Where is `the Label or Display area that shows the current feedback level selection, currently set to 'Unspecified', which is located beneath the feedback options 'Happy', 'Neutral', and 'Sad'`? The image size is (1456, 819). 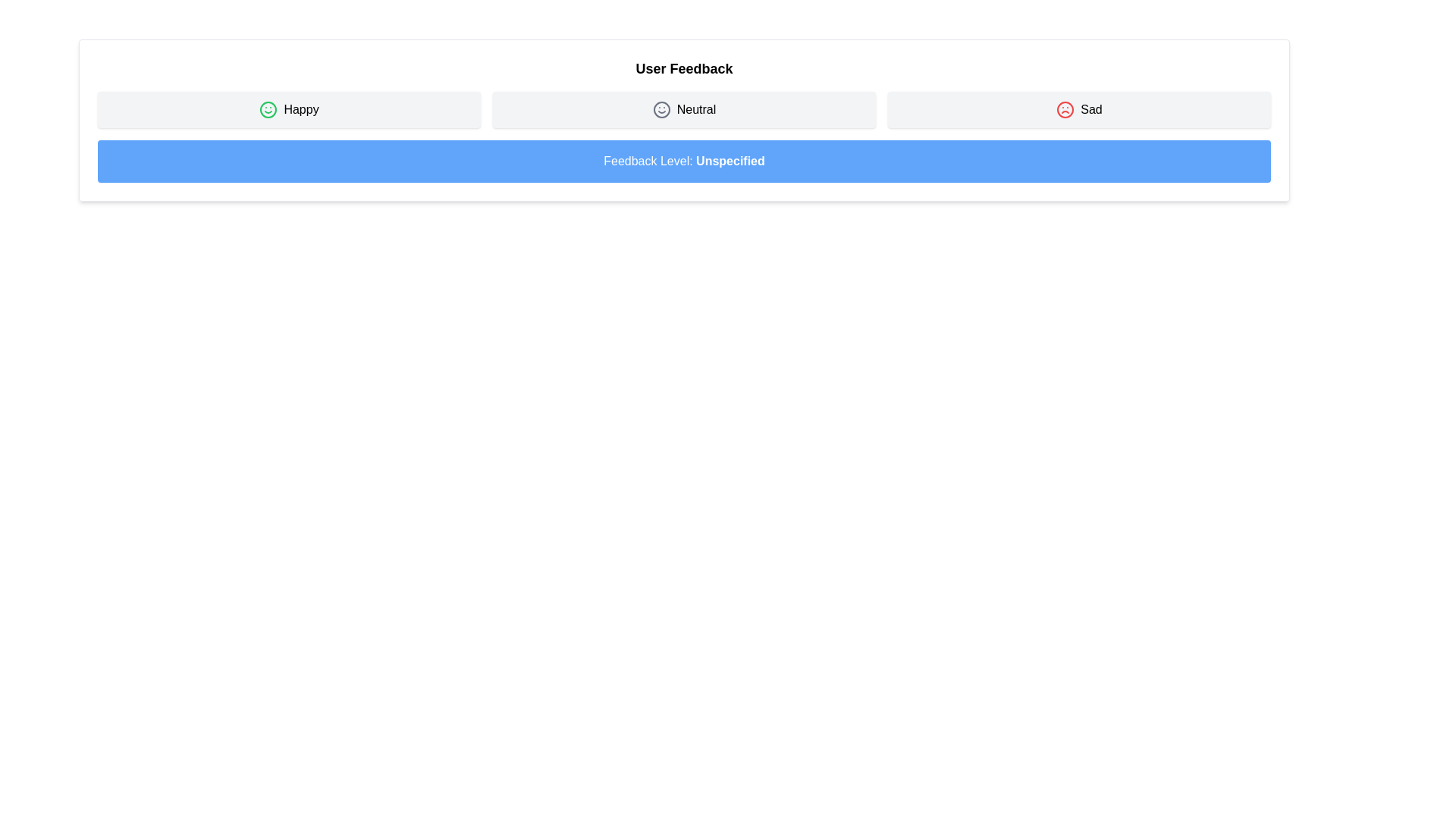 the Label or Display area that shows the current feedback level selection, currently set to 'Unspecified', which is located beneath the feedback options 'Happy', 'Neutral', and 'Sad' is located at coordinates (683, 161).